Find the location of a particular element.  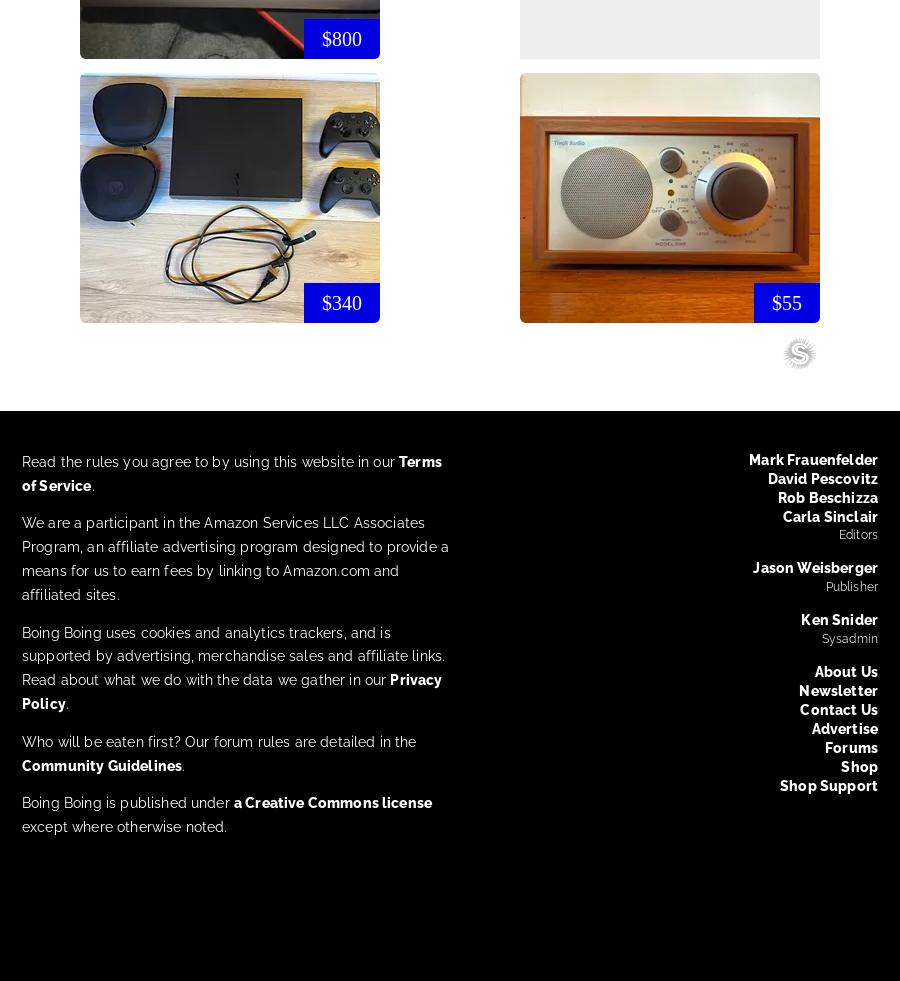

'Editors' is located at coordinates (857, 535).